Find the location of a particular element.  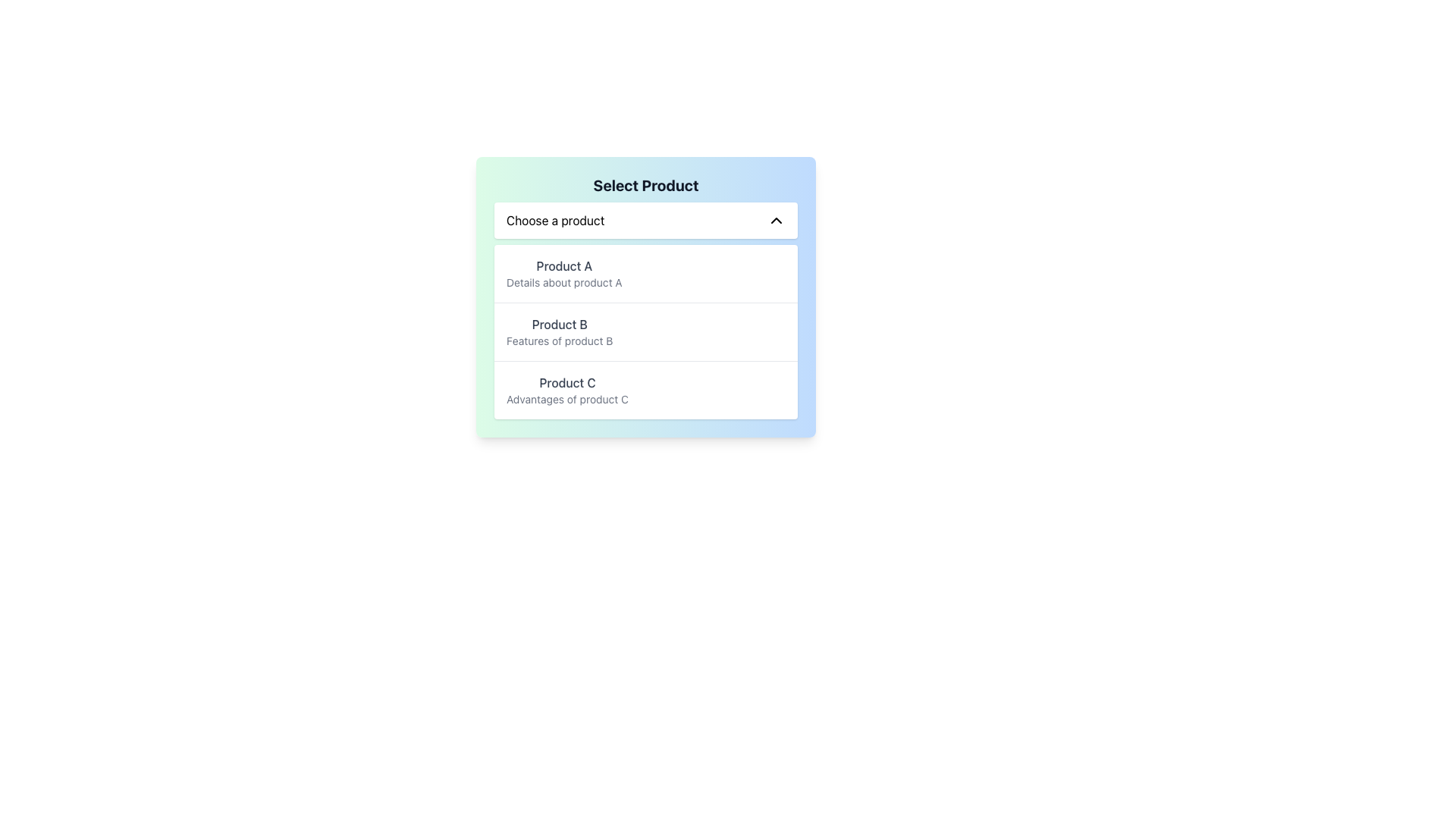

the text display that serves as the title for the dropdown option representing Product B, located in the second item of the 'Select Product' dropdown menu is located at coordinates (559, 324).